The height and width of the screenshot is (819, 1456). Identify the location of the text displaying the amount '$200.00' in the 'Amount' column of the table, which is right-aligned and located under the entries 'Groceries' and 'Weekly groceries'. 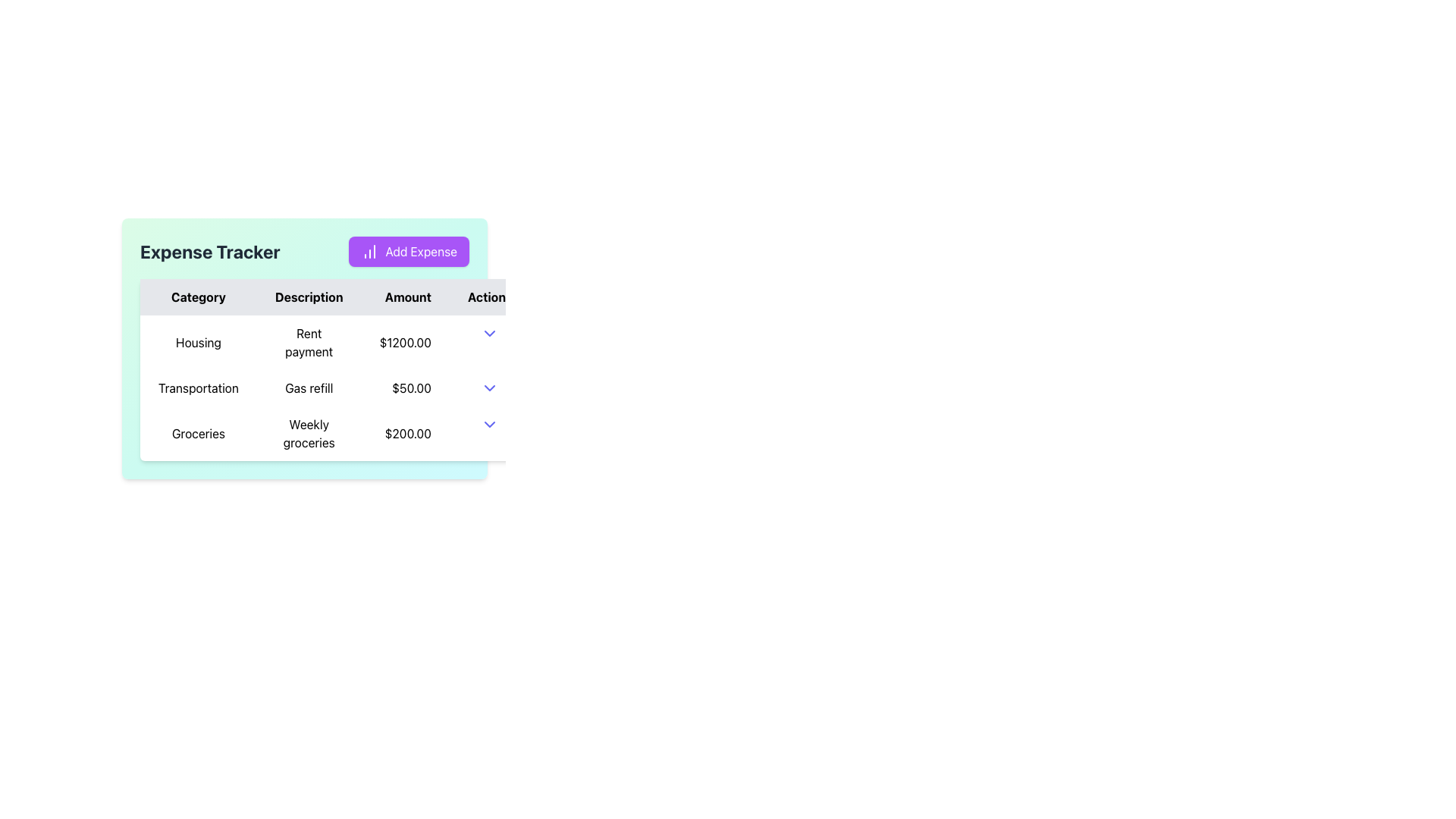
(405, 433).